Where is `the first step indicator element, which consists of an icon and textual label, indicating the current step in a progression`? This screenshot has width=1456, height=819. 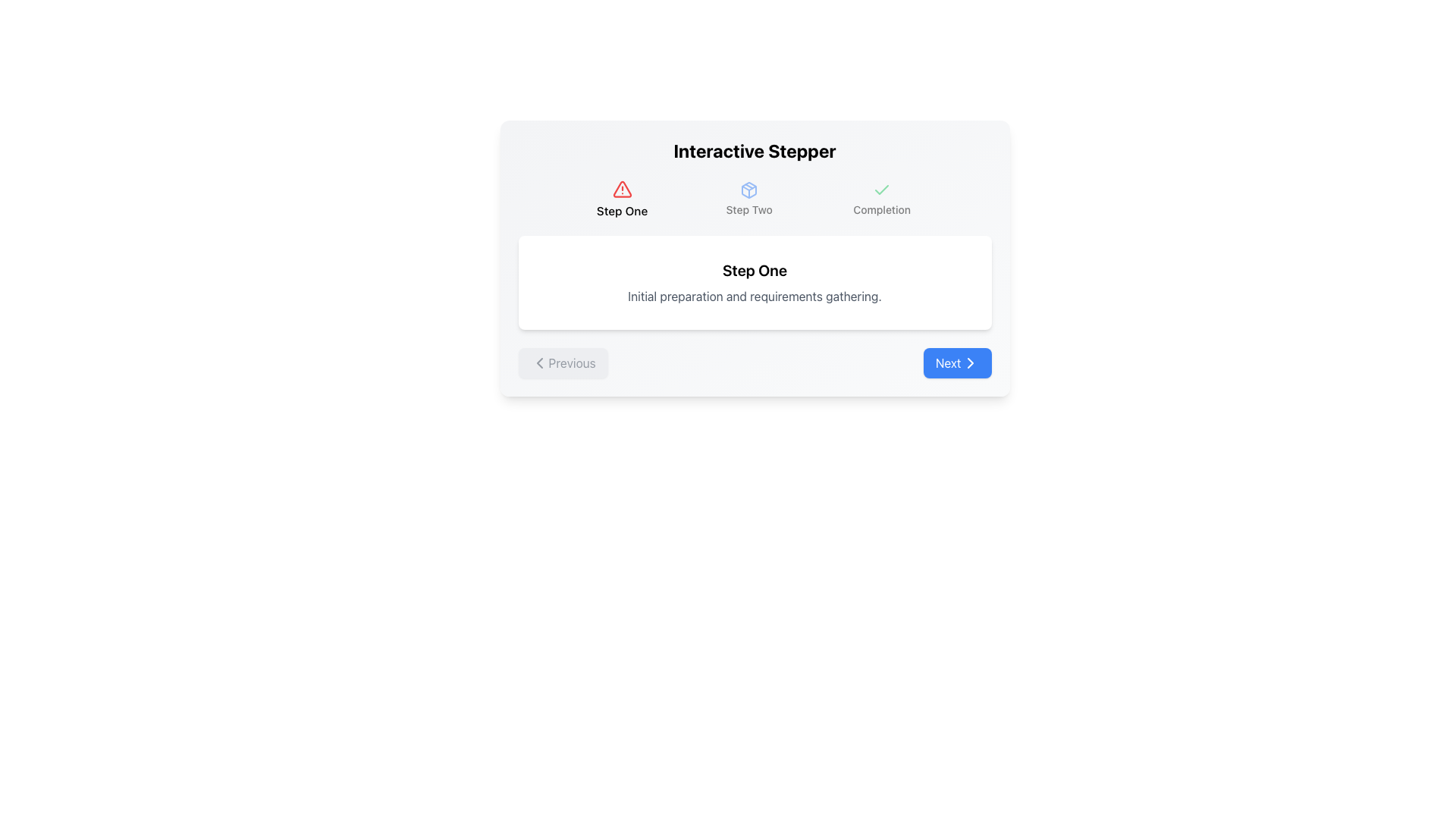 the first step indicator element, which consists of an icon and textual label, indicating the current step in a progression is located at coordinates (622, 198).